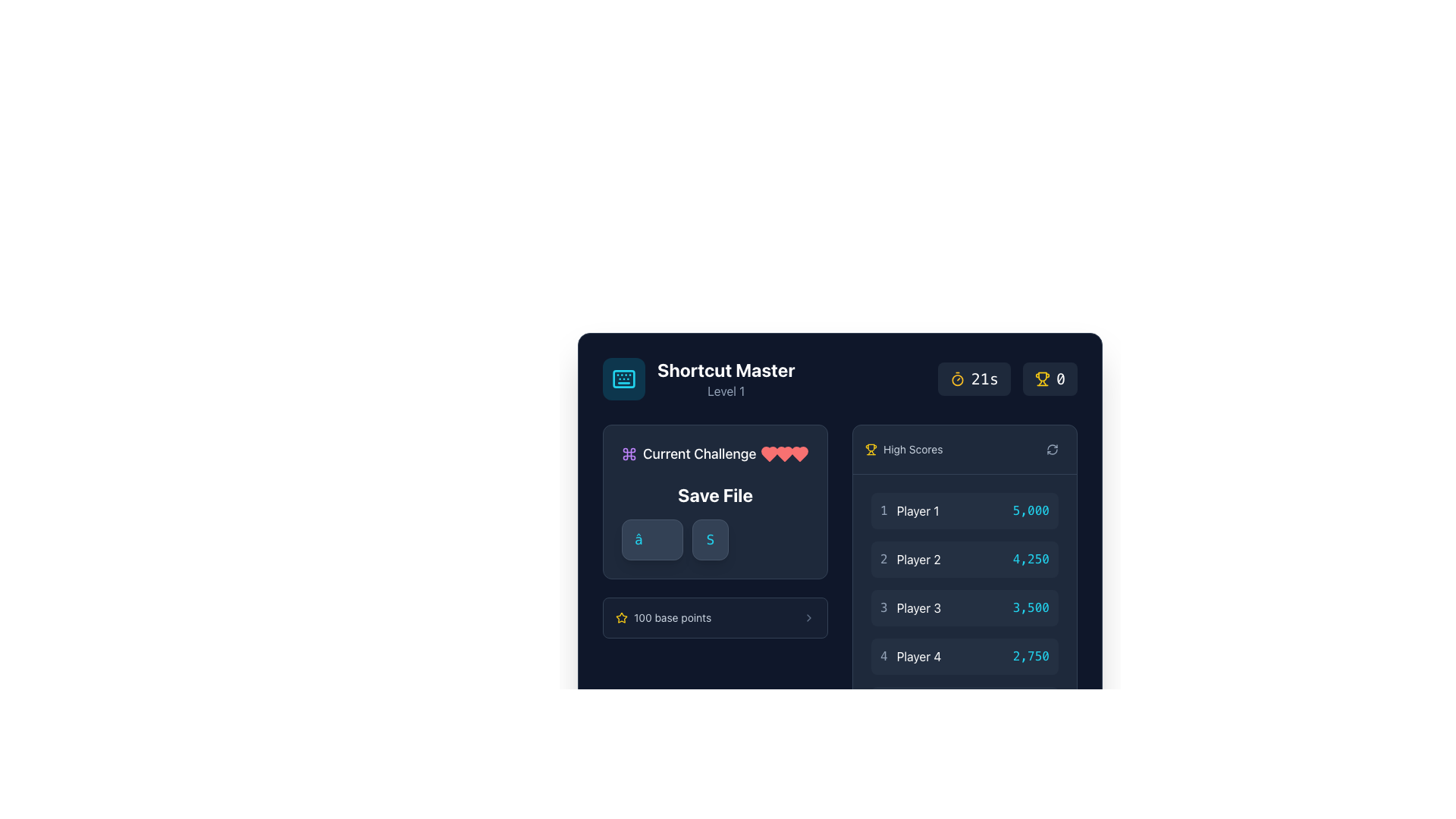 The width and height of the screenshot is (1456, 819). Describe the element at coordinates (1007, 378) in the screenshot. I see `the Compound information display element showing timer and count values` at that location.